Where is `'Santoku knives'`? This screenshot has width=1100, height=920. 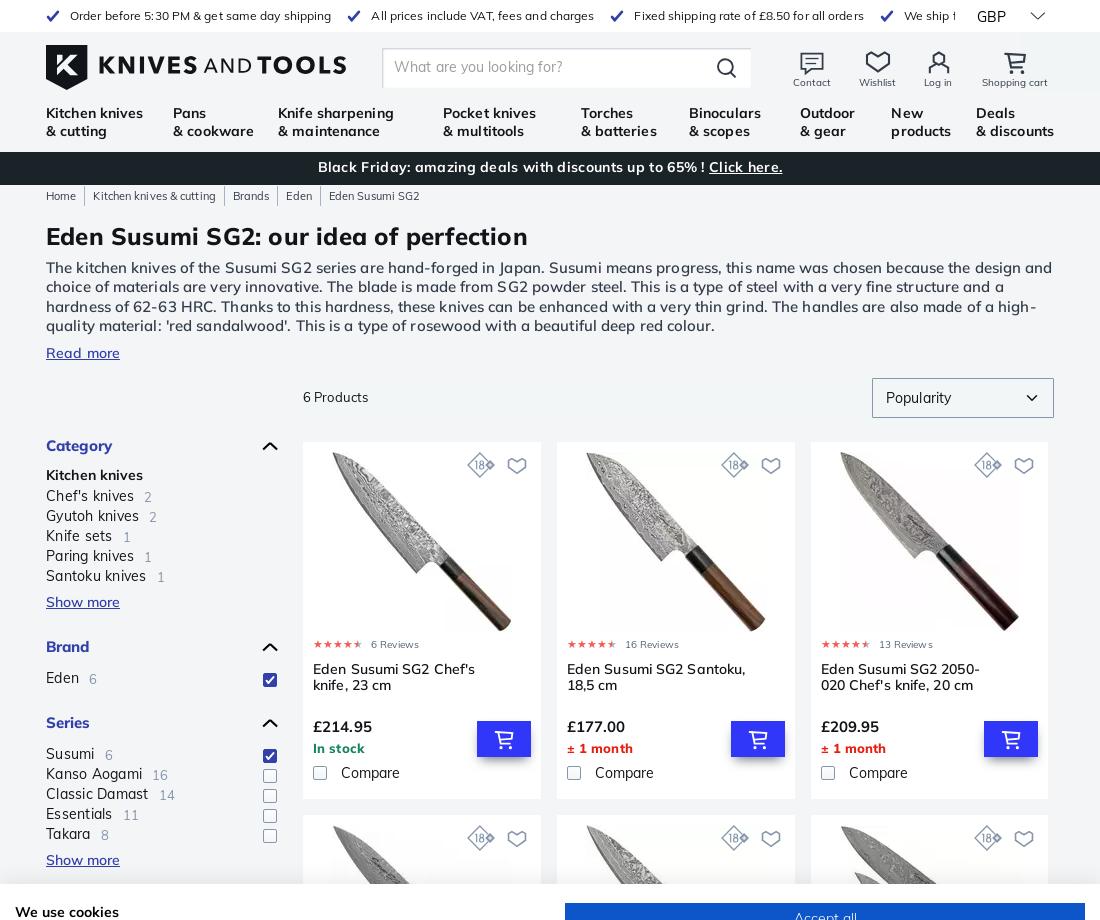 'Santoku knives' is located at coordinates (96, 575).